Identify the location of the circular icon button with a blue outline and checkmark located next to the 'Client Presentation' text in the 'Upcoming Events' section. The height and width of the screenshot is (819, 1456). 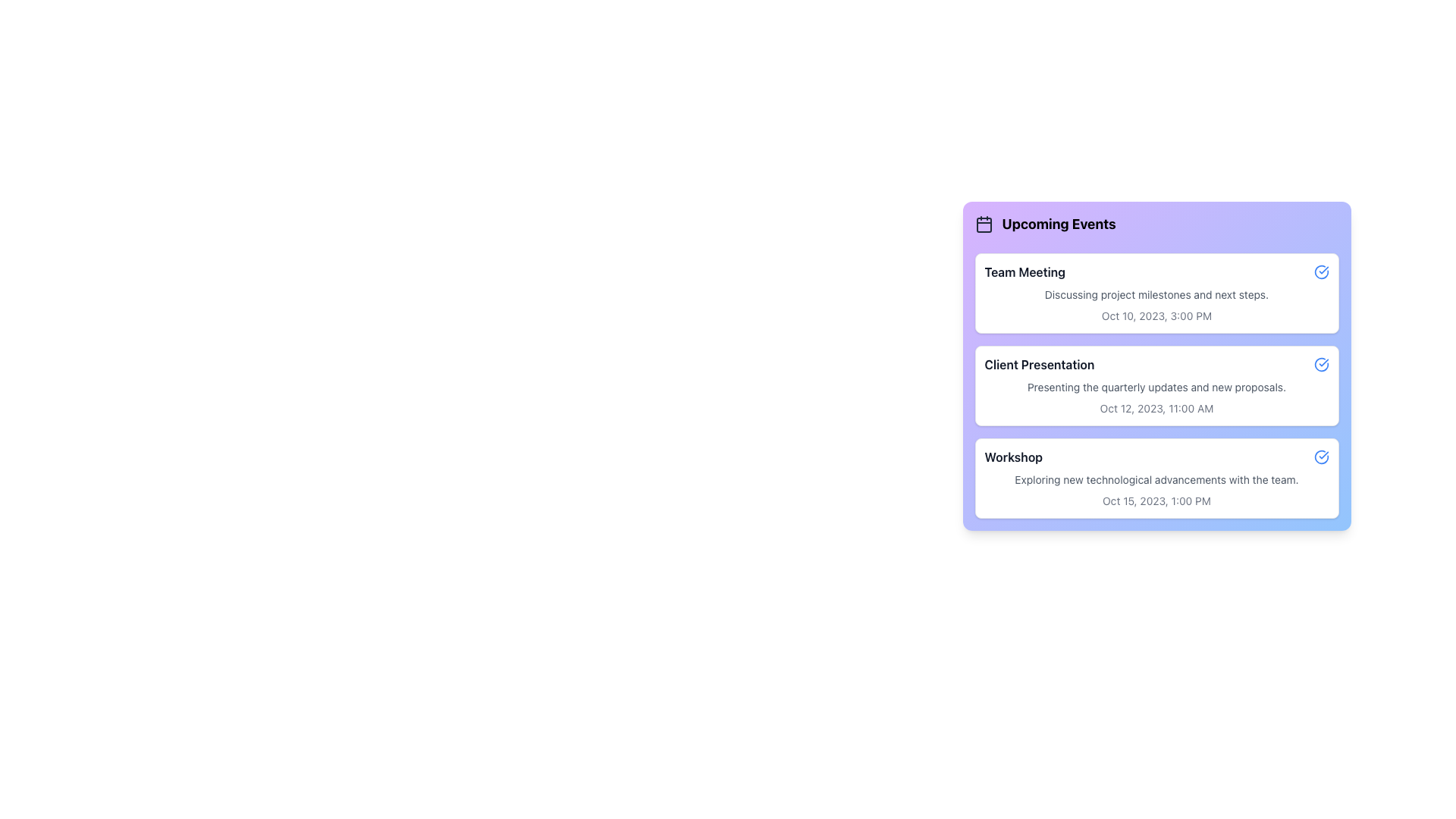
(1320, 365).